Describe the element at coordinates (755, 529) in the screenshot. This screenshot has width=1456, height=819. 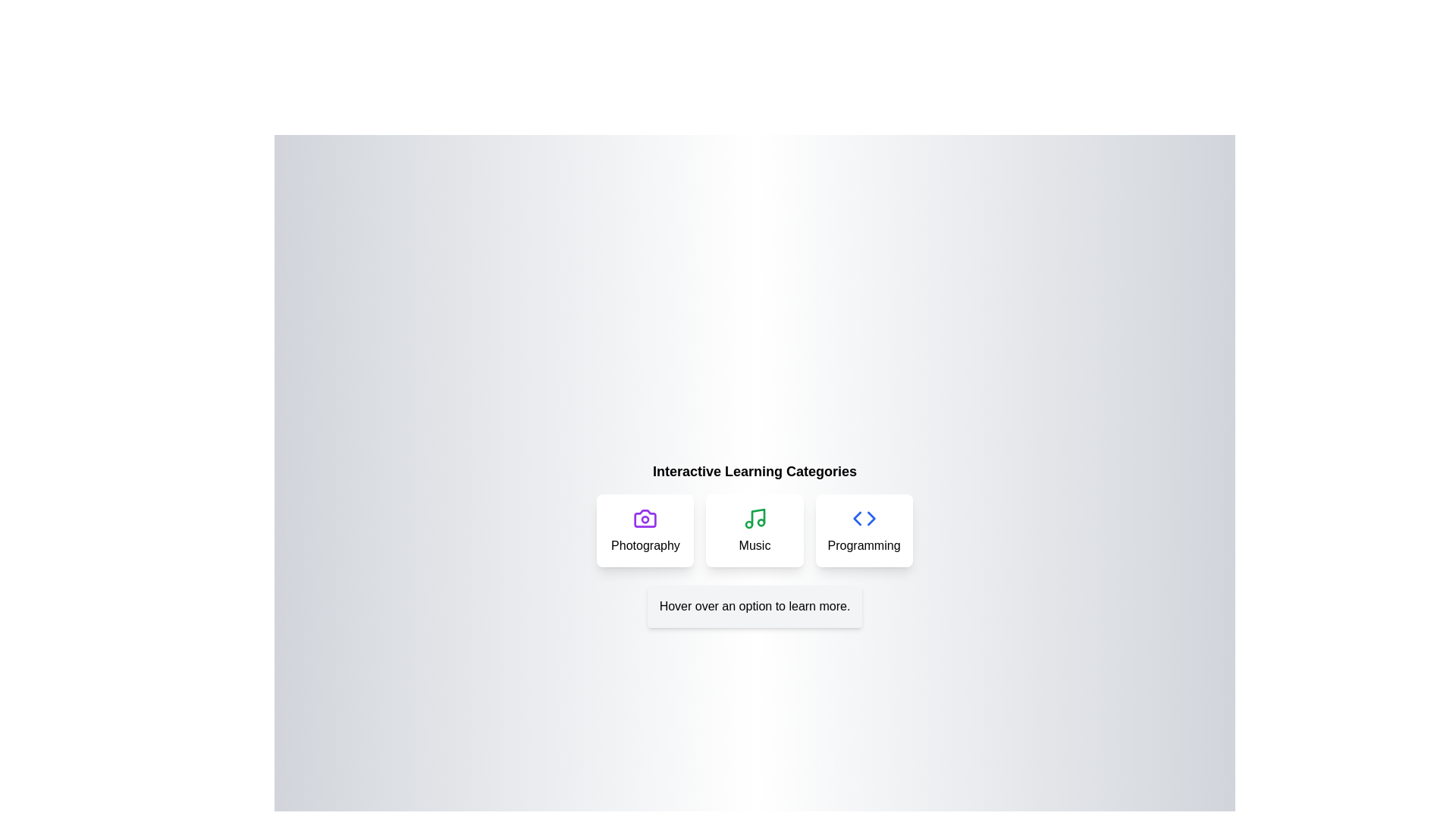
I see `the 'Music' category card` at that location.